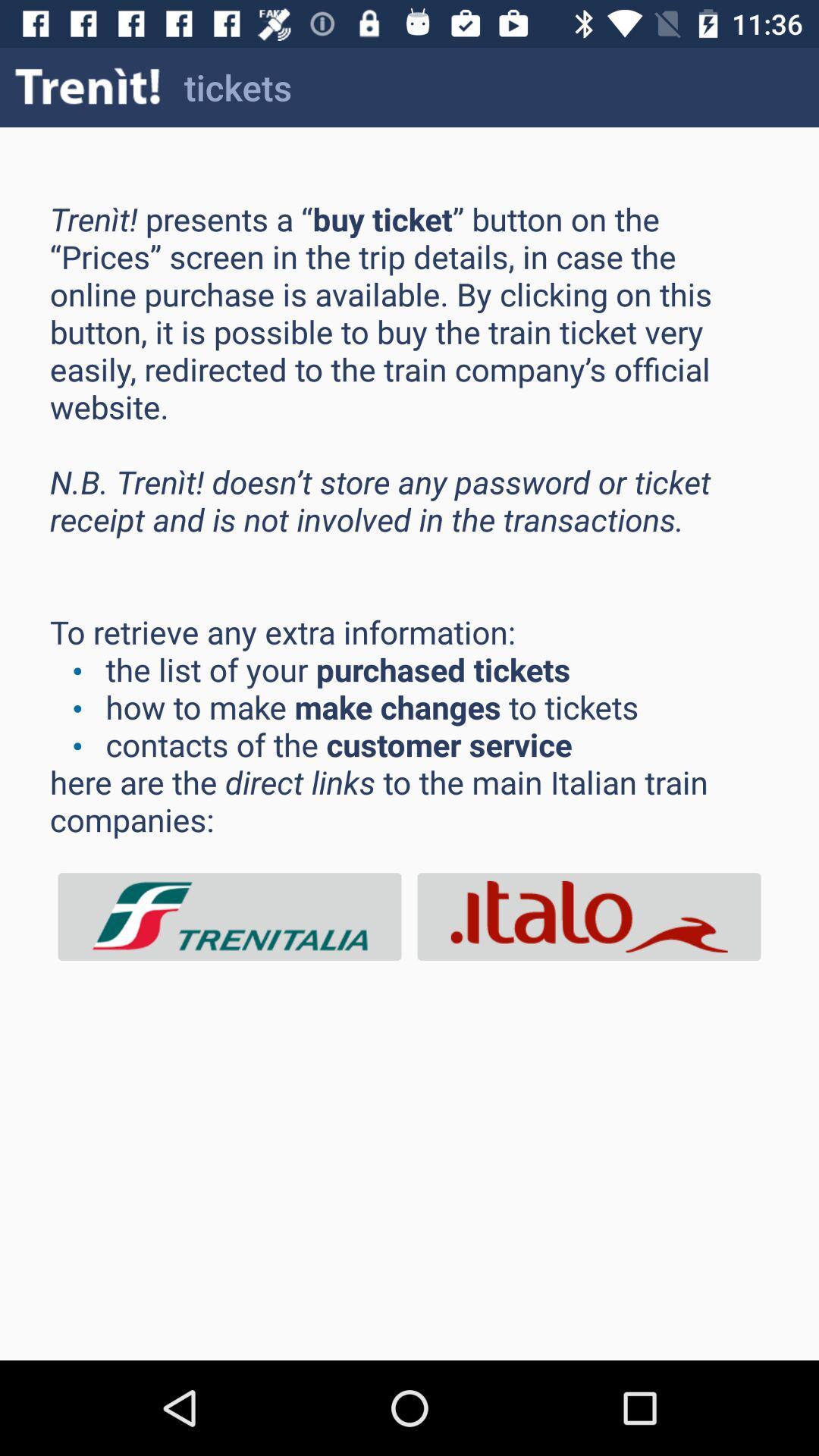  Describe the element at coordinates (409, 519) in the screenshot. I see `the icon at the center` at that location.